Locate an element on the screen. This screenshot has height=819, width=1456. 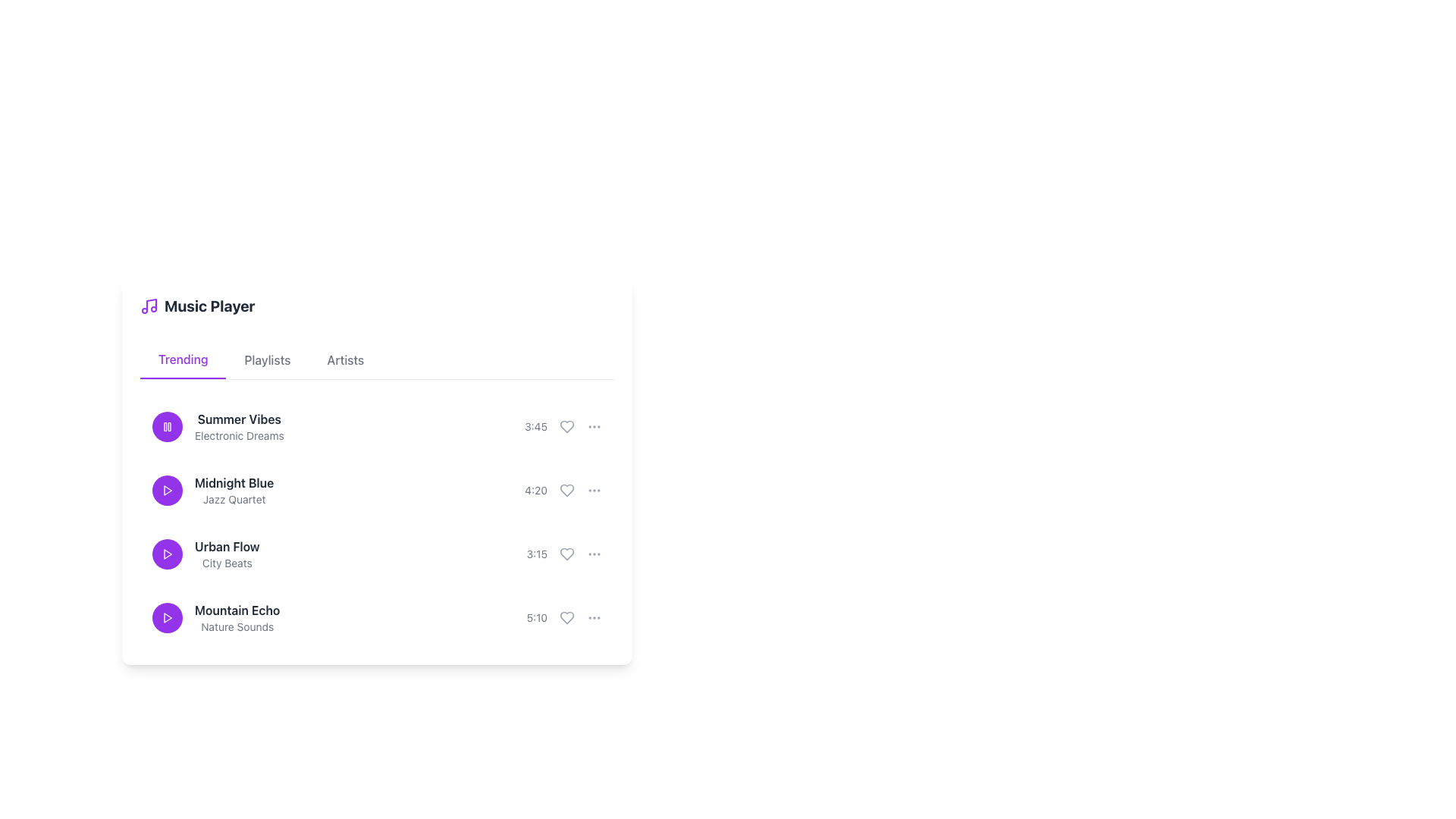
the text label displaying 'Summer Vibes', which is styled as a title in bold dark gray font, located in the first row under the 'Trending' tab of the music player interface is located at coordinates (238, 419).